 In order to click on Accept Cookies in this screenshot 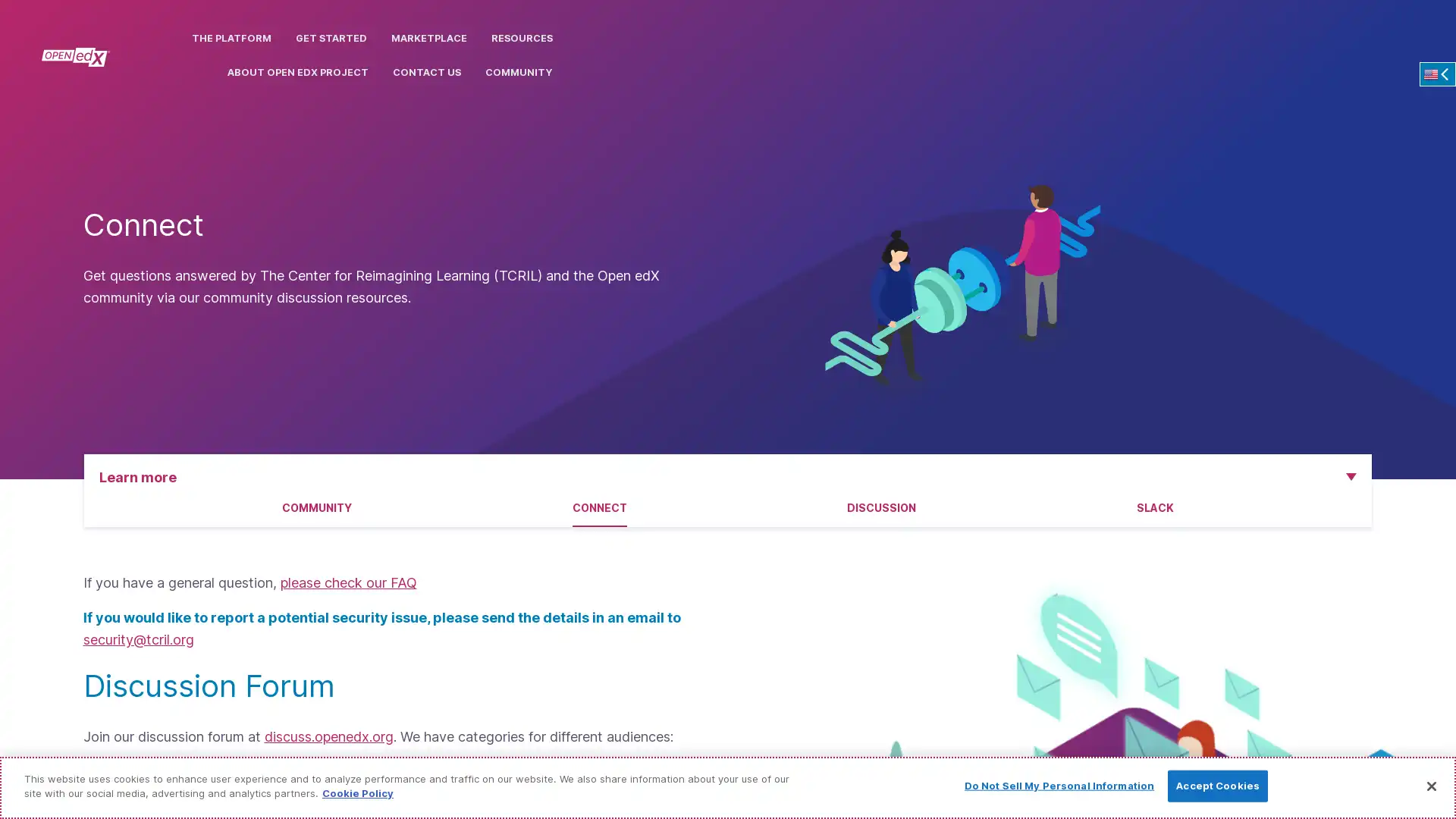, I will do `click(1218, 785)`.